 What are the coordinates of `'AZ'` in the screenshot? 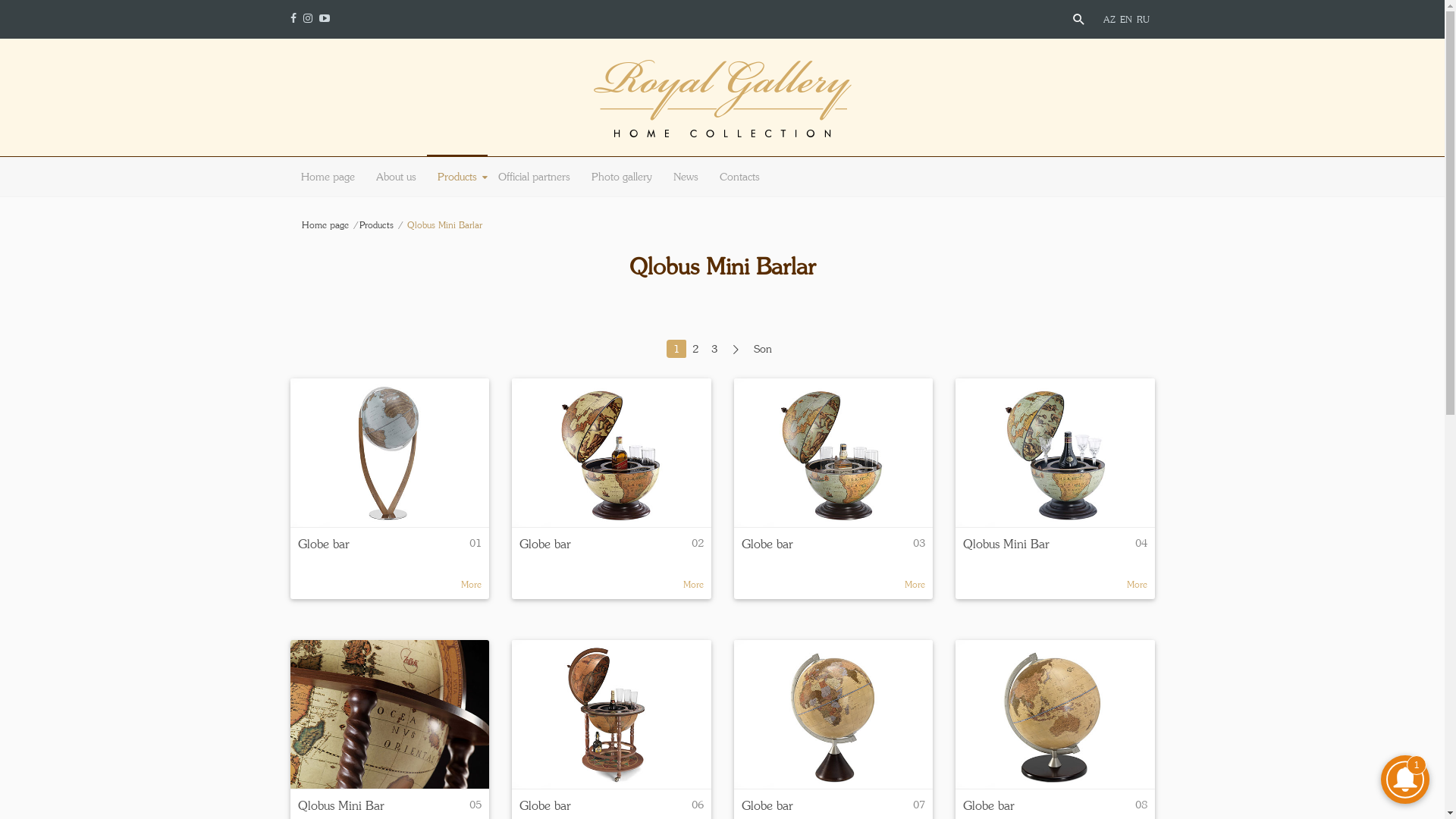 It's located at (1110, 19).